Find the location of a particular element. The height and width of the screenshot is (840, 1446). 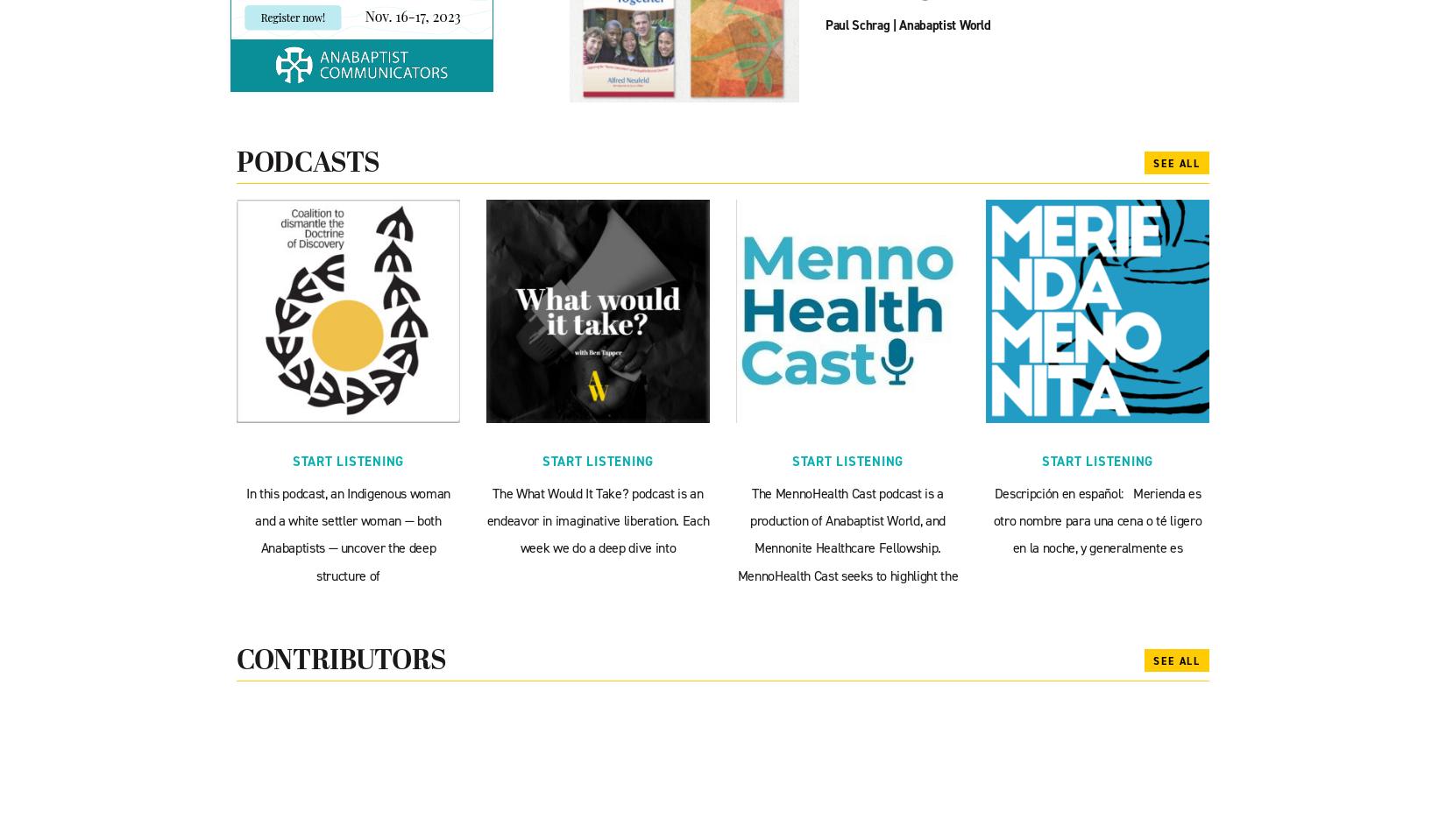

'The MennoHealth Cast podcast is a production of Anabaptist World, and Mennonite Healthcare Fellowship. MennoHealth Cast seeks to highlight the' is located at coordinates (847, 533).